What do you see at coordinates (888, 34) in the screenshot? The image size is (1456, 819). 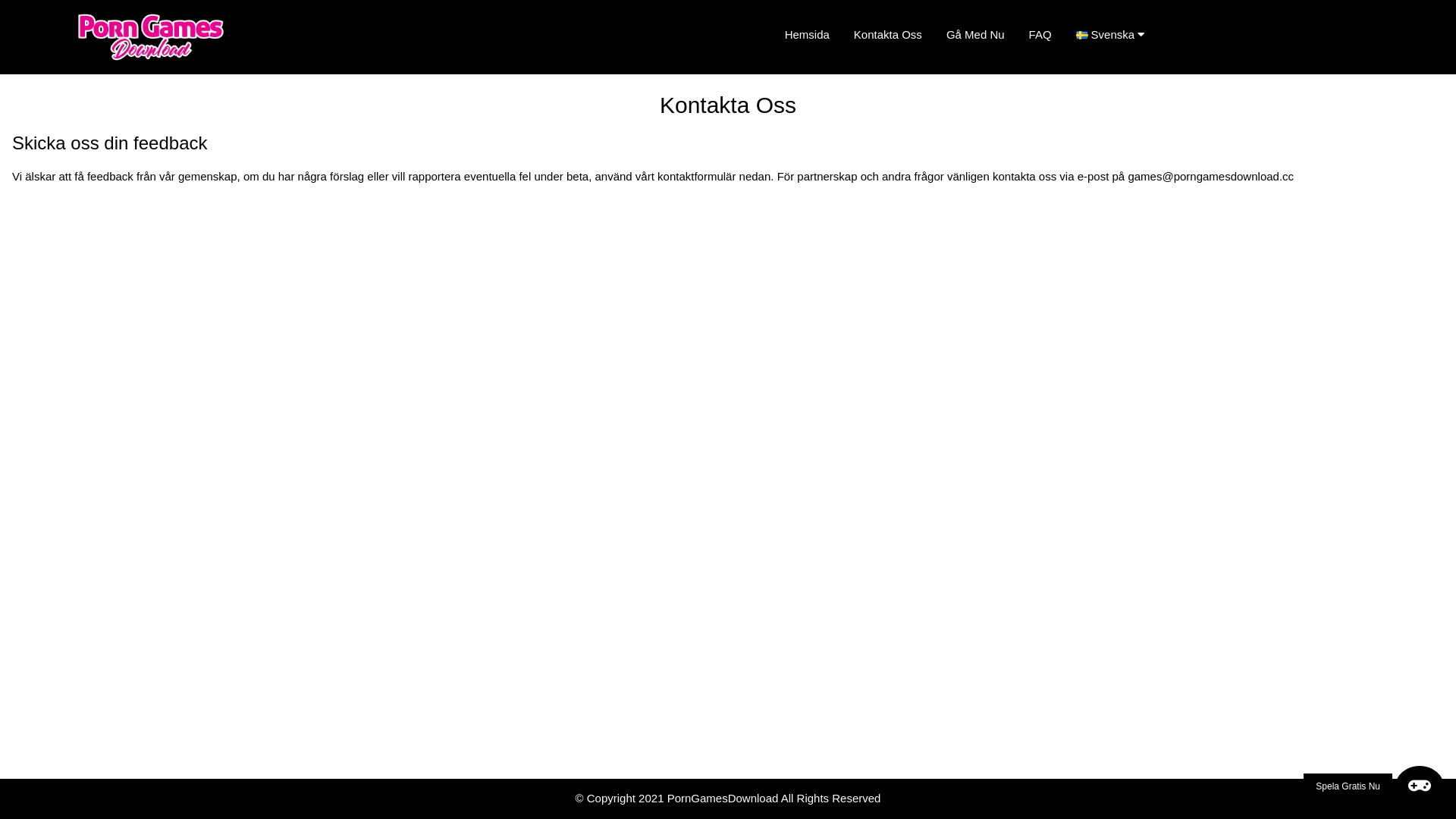 I see `'Kontakta Oss'` at bounding box center [888, 34].